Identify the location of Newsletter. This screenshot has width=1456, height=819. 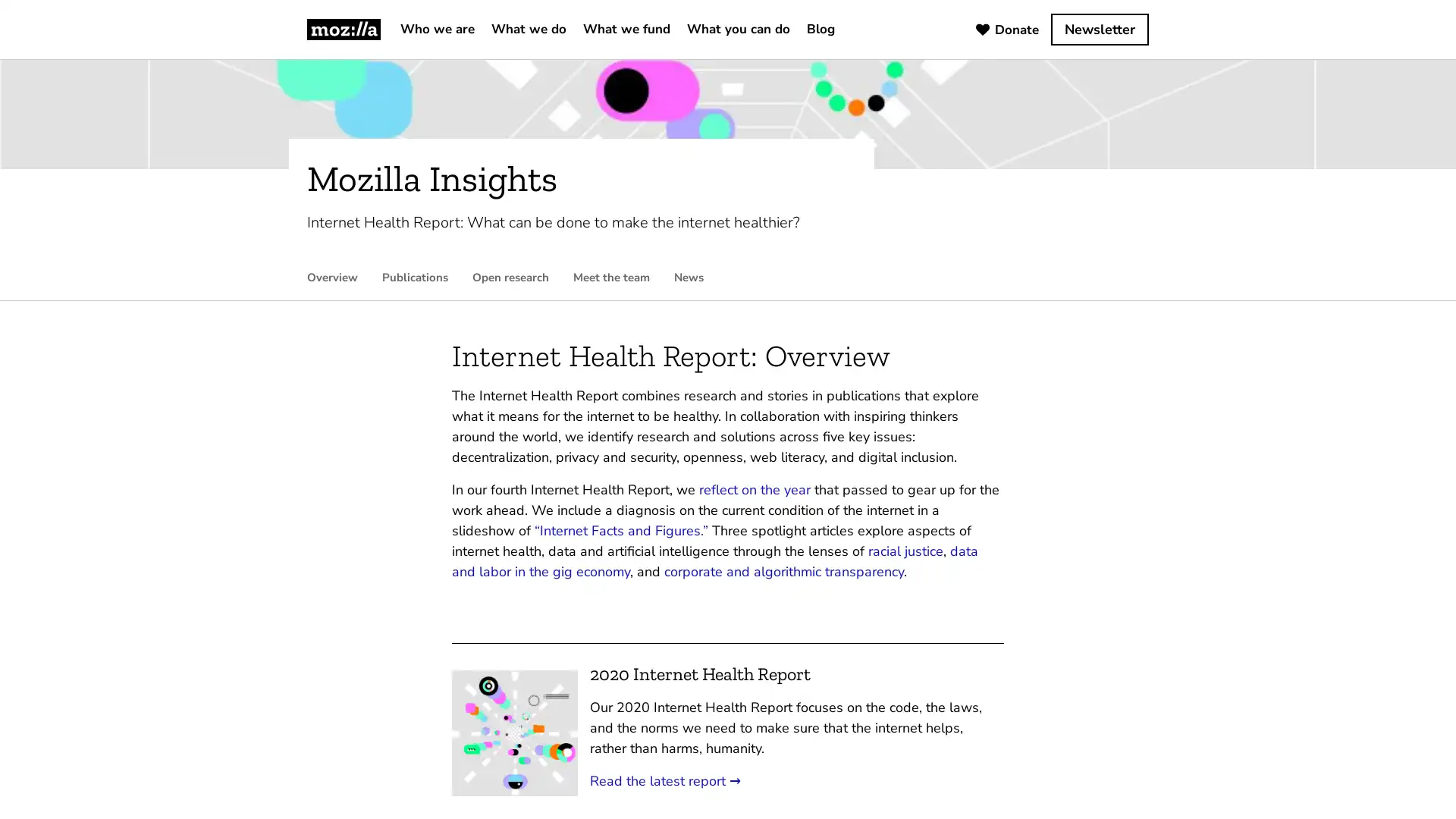
(1100, 29).